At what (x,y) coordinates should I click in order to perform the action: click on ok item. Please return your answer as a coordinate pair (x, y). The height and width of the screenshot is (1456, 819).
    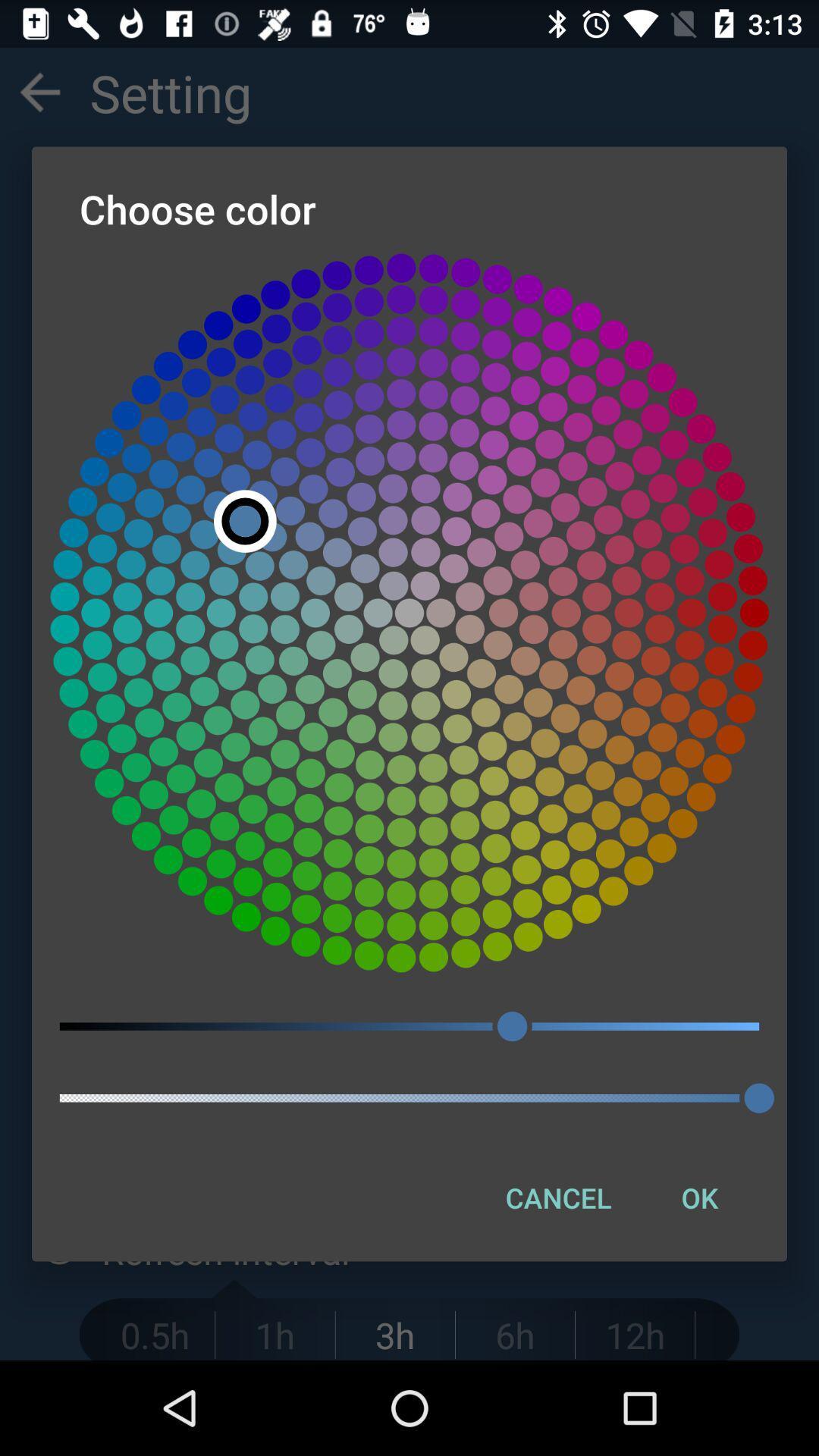
    Looking at the image, I should click on (699, 1197).